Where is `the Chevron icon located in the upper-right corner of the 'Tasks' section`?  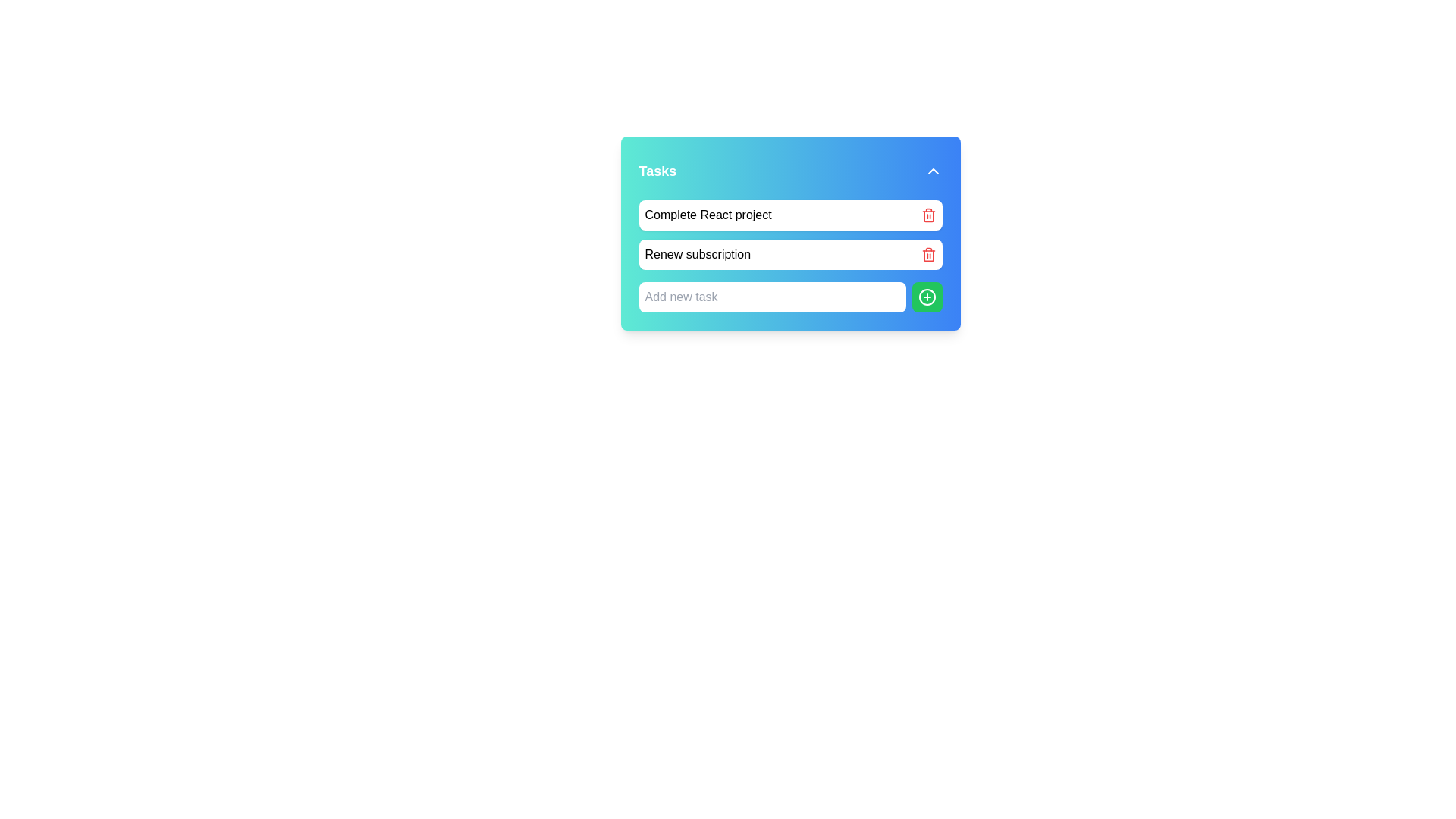 the Chevron icon located in the upper-right corner of the 'Tasks' section is located at coordinates (932, 171).